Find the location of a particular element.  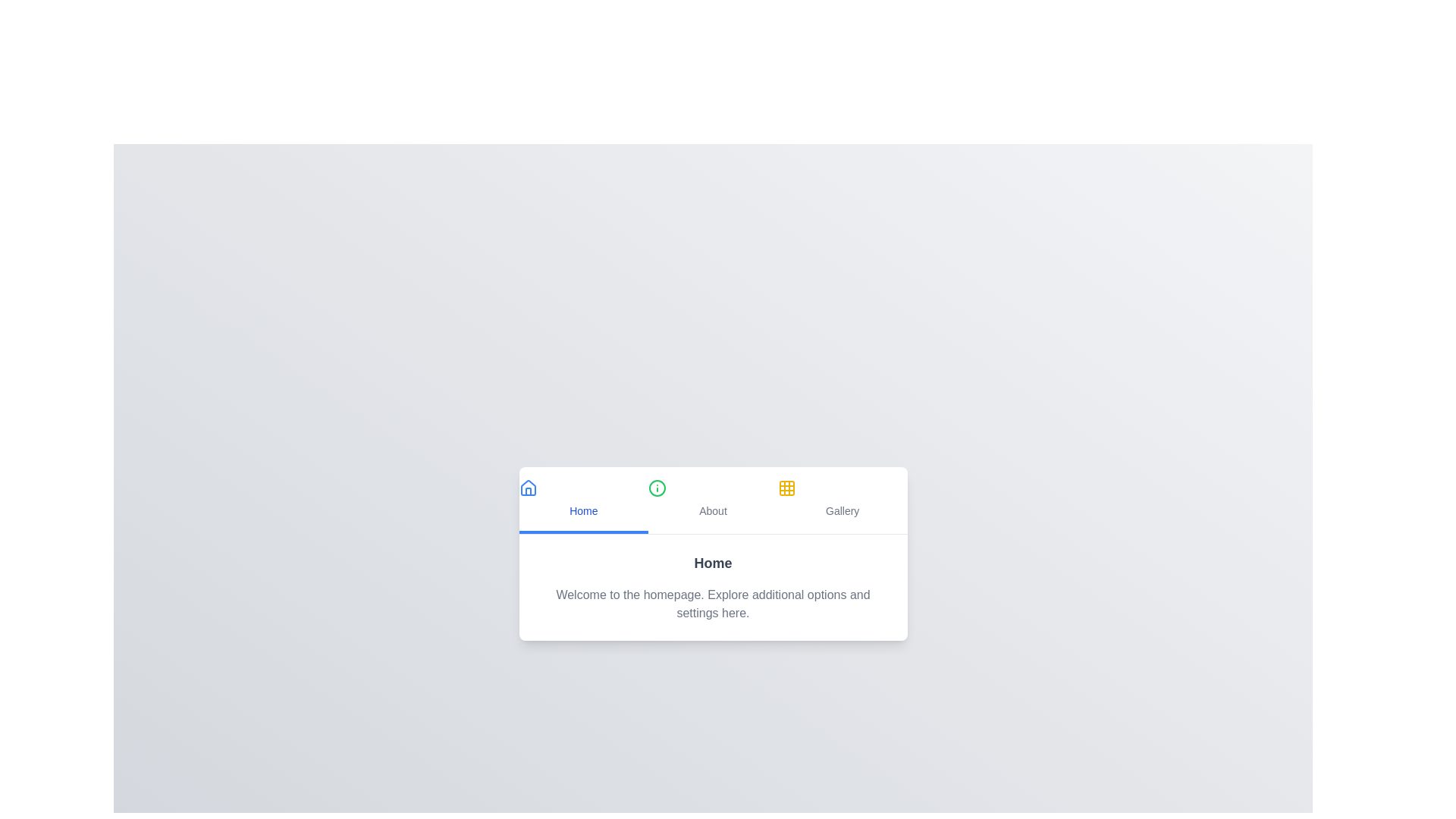

the tab icon corresponding to Gallery is located at coordinates (786, 488).